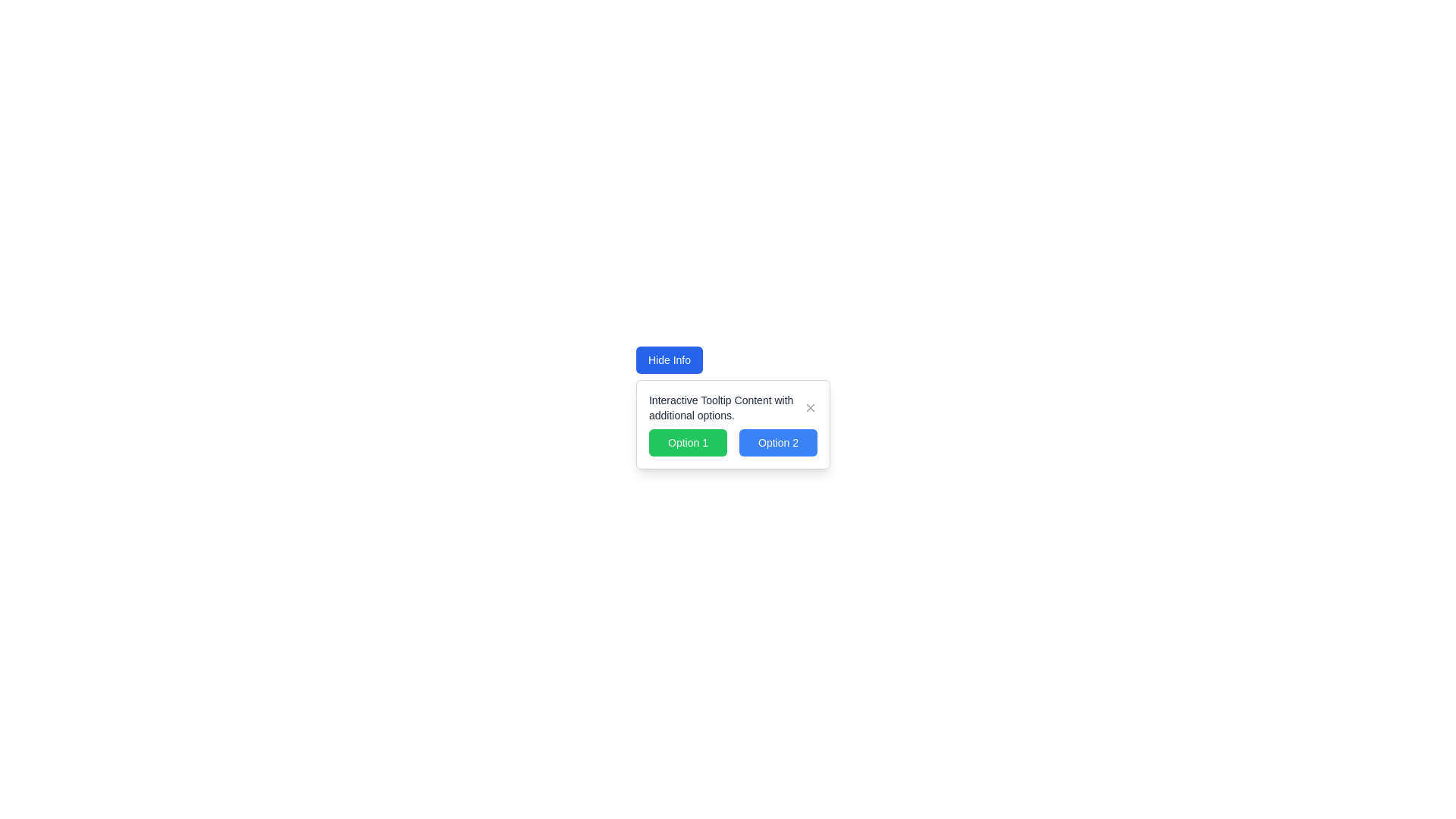 The width and height of the screenshot is (1456, 819). Describe the element at coordinates (725, 406) in the screenshot. I see `the text label displaying 'Interactive Tooltip Content with additional options.' which is positioned to the left of a small interactive icon and above two buttons labeled 'Option 1' and 'Option 2'` at that location.